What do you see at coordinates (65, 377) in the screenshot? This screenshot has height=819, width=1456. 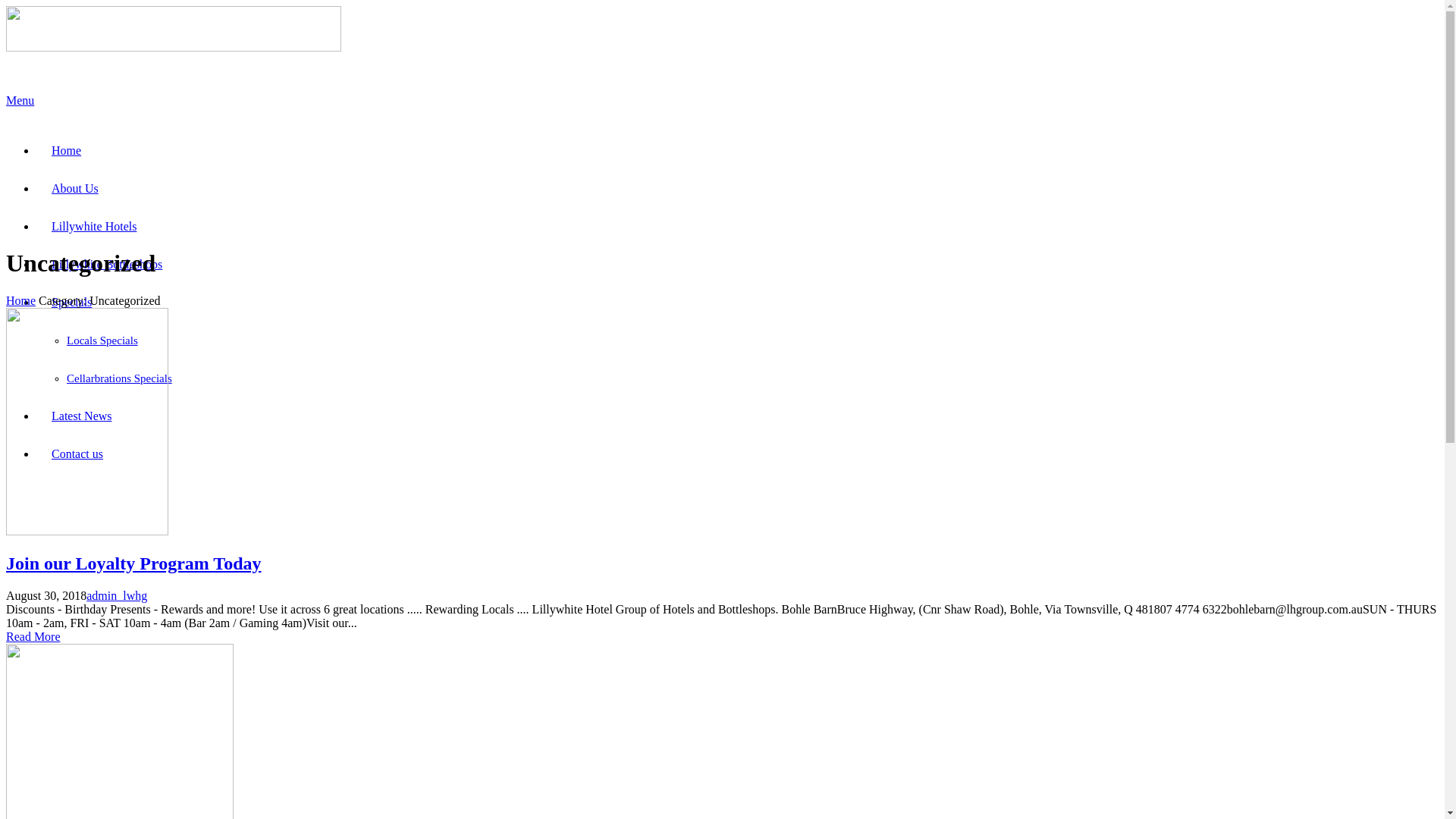 I see `'Cellarbrations Specials'` at bounding box center [65, 377].